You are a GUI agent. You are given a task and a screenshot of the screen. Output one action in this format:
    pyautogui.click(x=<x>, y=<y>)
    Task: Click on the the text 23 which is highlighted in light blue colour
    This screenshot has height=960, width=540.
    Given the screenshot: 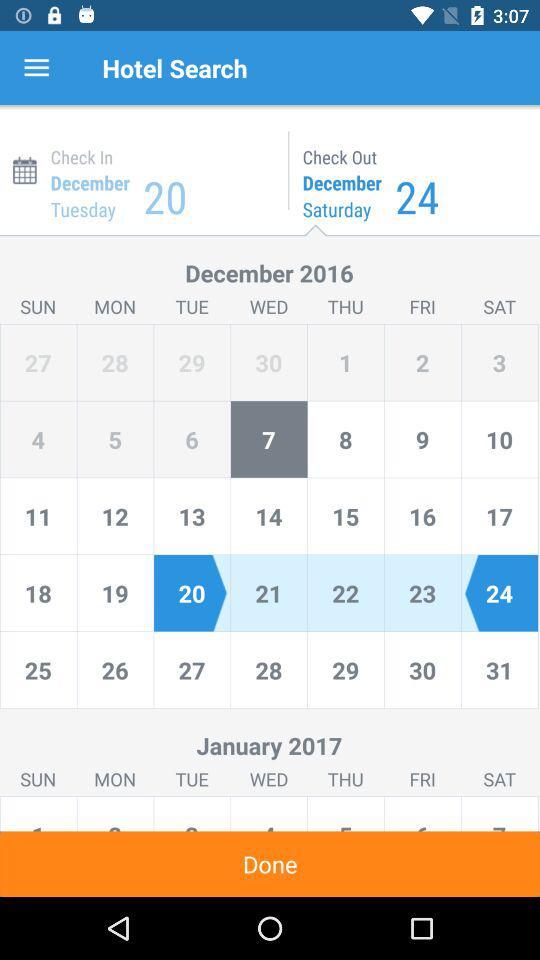 What is the action you would take?
    pyautogui.click(x=421, y=593)
    